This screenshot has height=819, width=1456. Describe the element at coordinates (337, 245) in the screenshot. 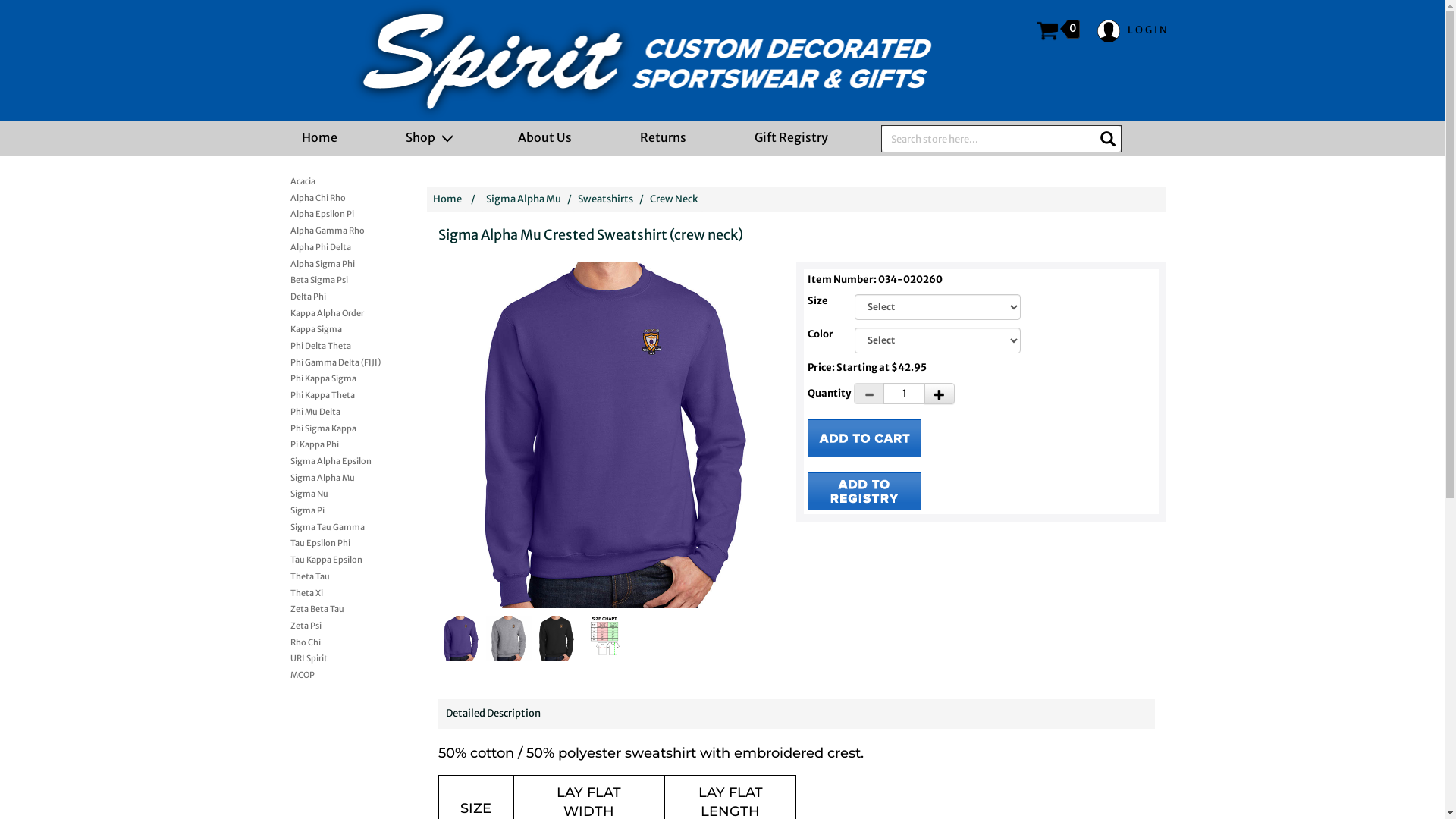

I see `'Alpha Phi Delta'` at that location.